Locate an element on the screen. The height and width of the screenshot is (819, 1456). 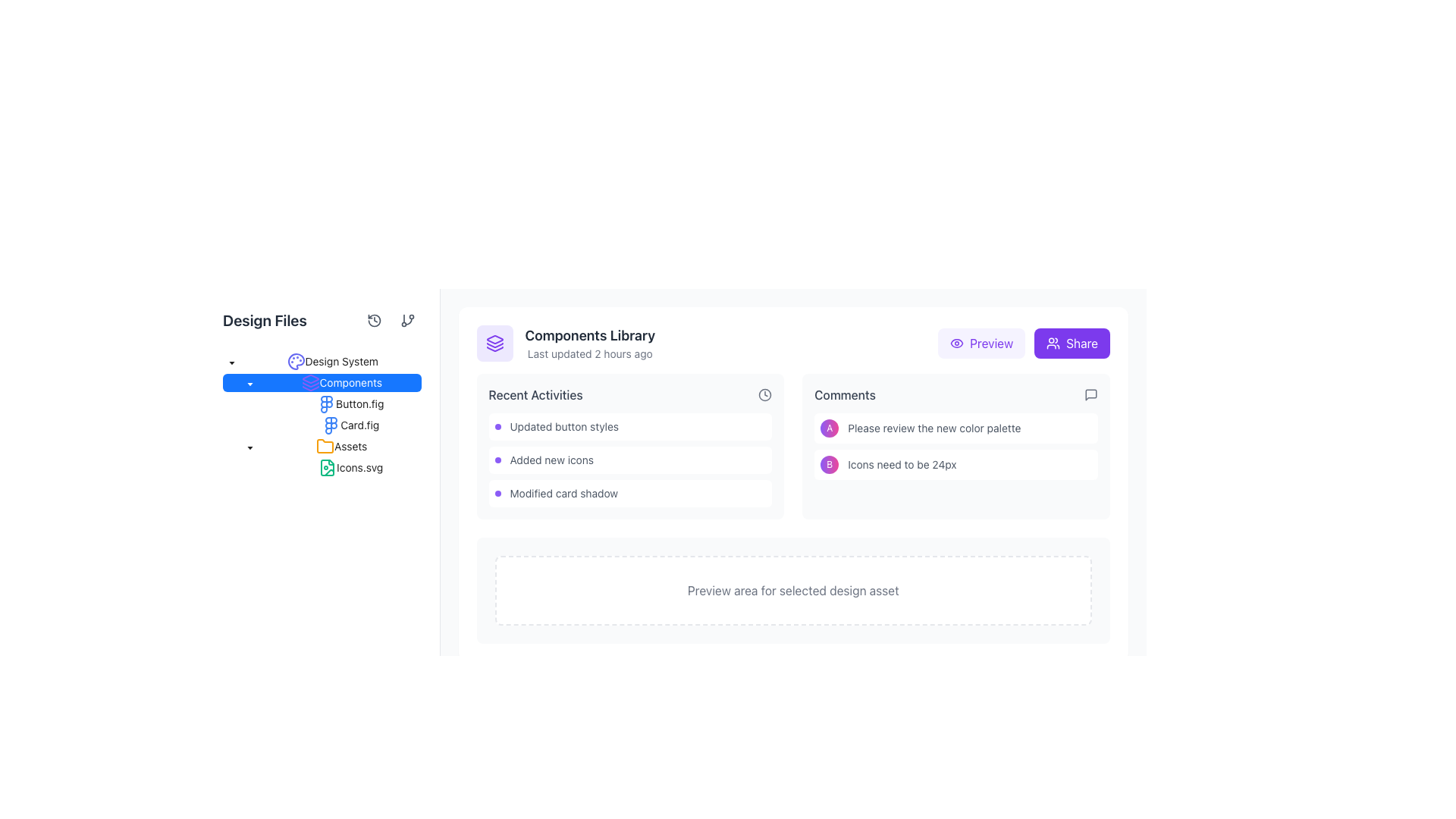
the circular avatar component with a gradient background transitioning from violet to pink, which contains a white letter 'A' in the center is located at coordinates (829, 428).